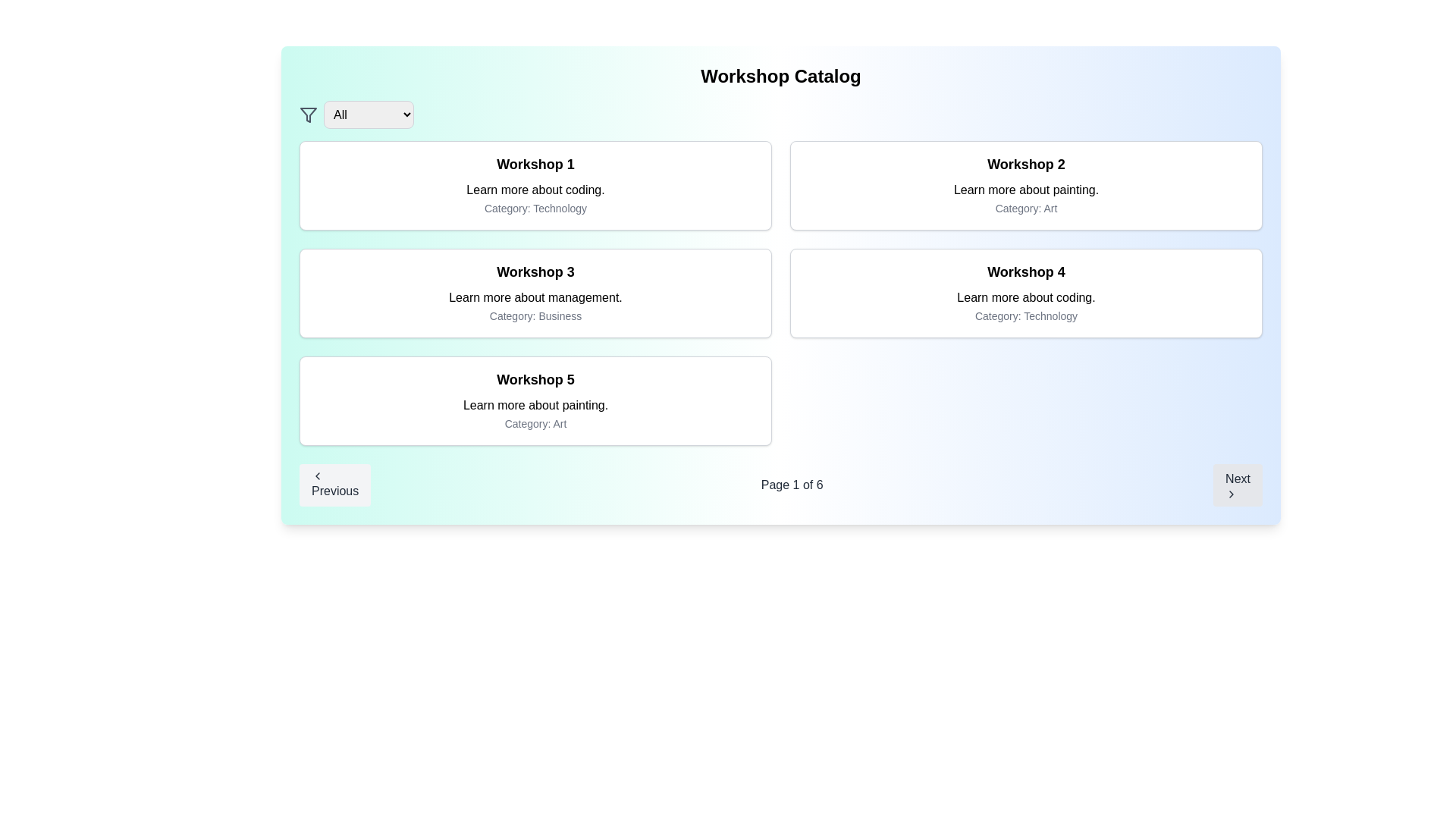  What do you see at coordinates (308, 113) in the screenshot?
I see `the filtering icon located near the top-left corner of the interface, adjacent to the 'All' dropdown, which indicates or activates filtering functionality` at bounding box center [308, 113].